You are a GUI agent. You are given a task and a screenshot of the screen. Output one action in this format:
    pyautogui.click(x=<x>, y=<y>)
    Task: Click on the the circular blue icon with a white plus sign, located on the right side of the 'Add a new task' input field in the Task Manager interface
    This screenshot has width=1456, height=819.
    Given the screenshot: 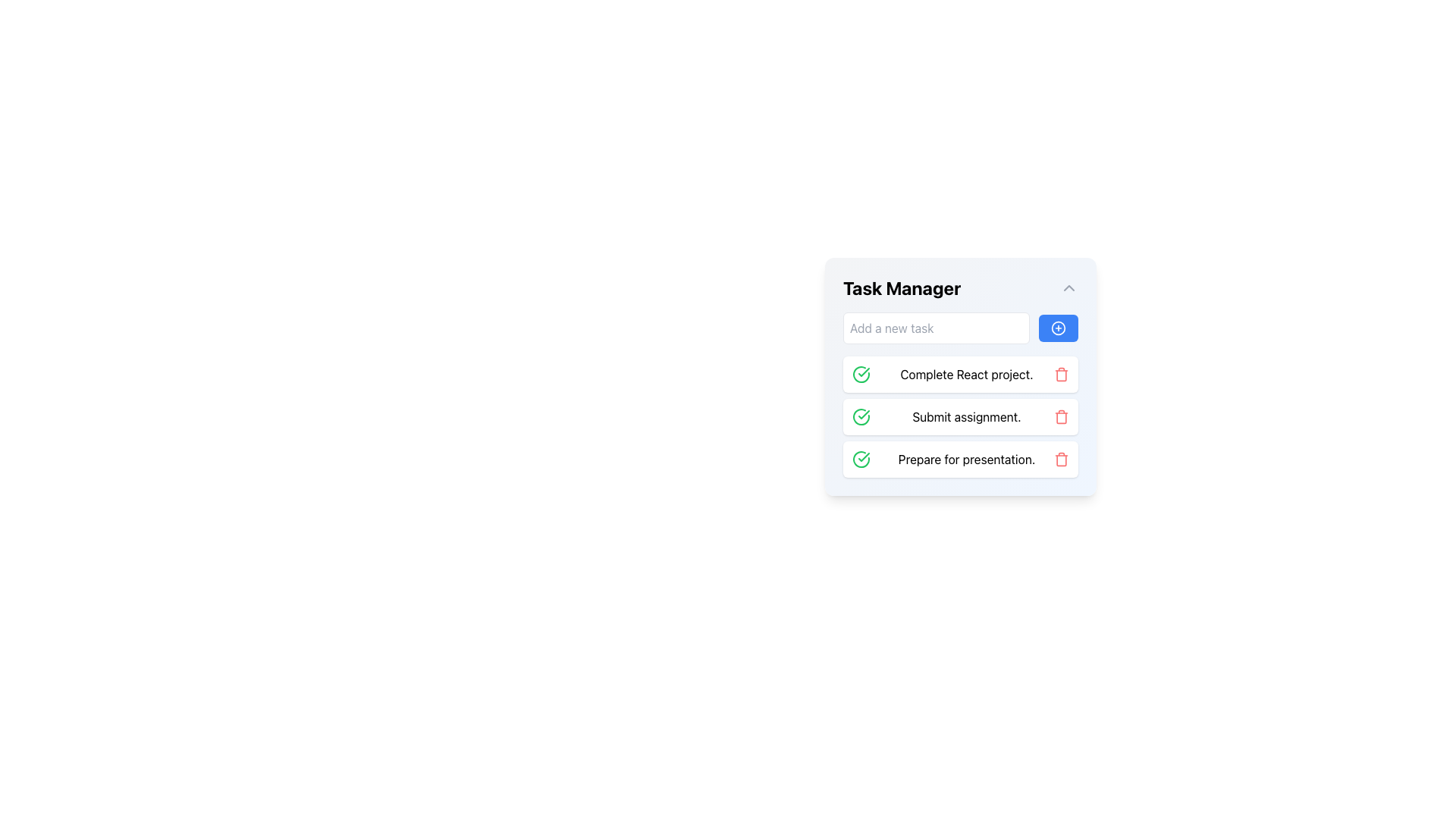 What is the action you would take?
    pyautogui.click(x=1058, y=327)
    